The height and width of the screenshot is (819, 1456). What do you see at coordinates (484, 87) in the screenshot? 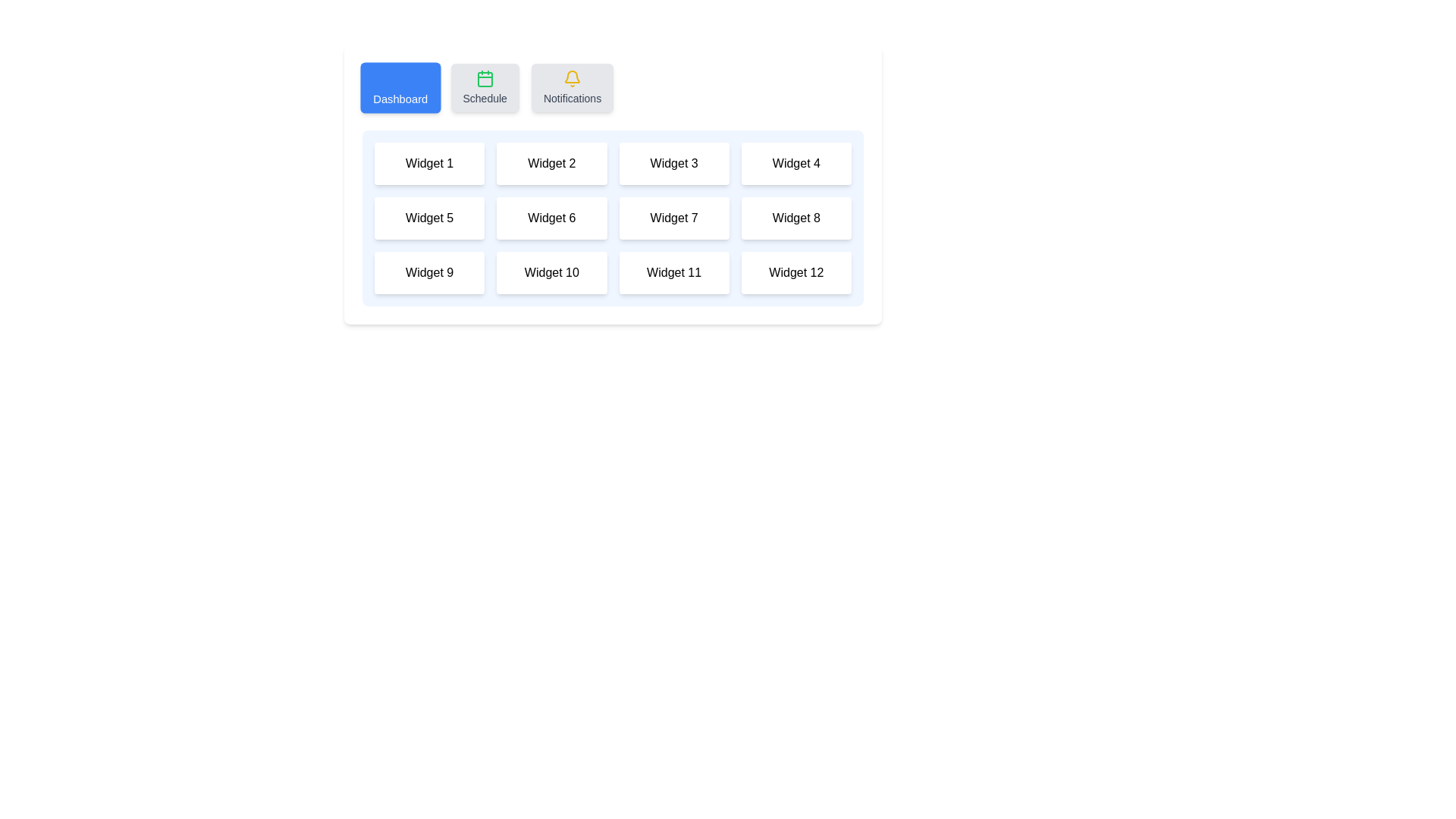
I see `the tab labeled Schedule to preview its appearance` at bounding box center [484, 87].